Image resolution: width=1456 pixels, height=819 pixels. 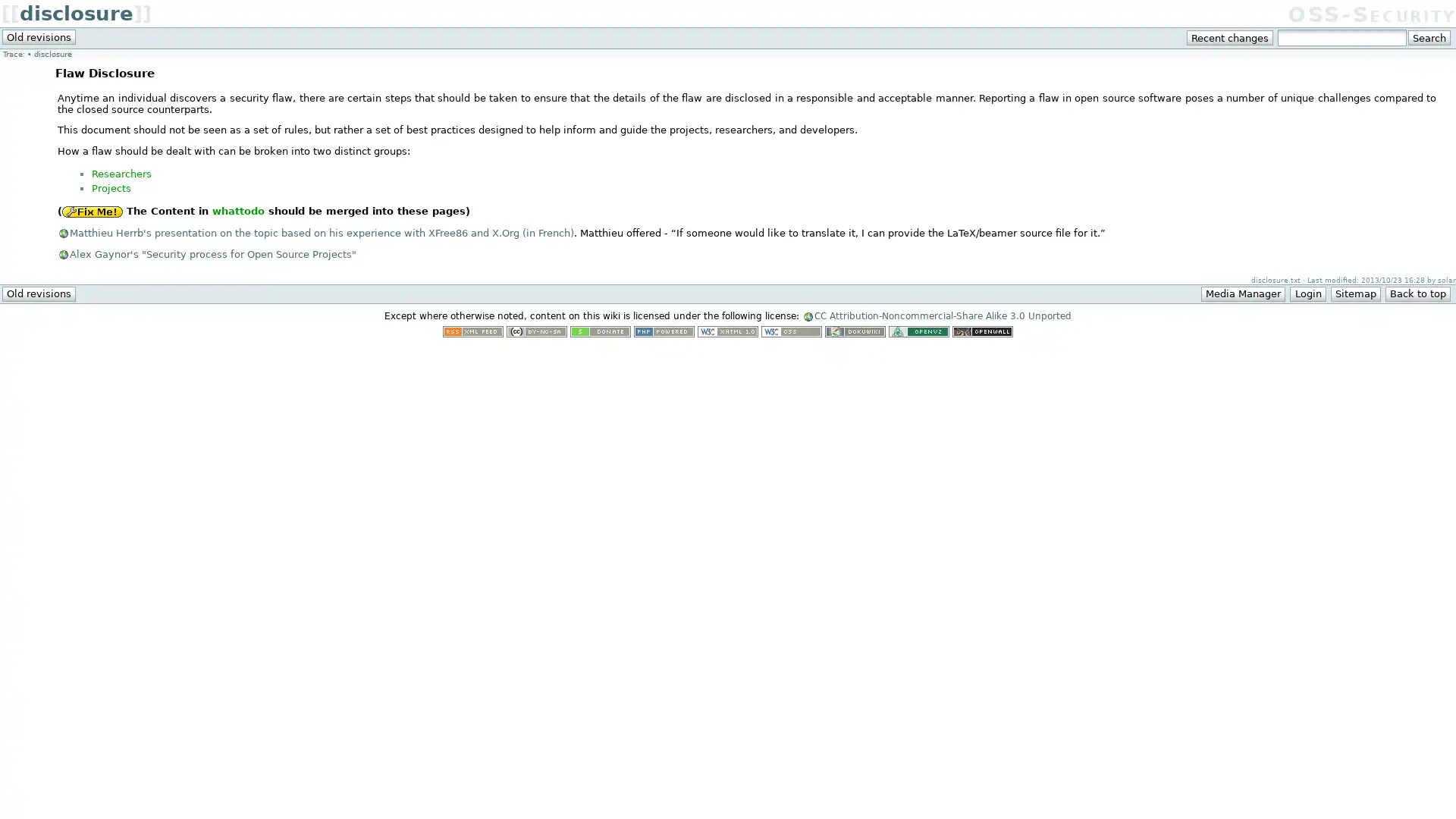 I want to click on Sitemap, so click(x=1354, y=293).